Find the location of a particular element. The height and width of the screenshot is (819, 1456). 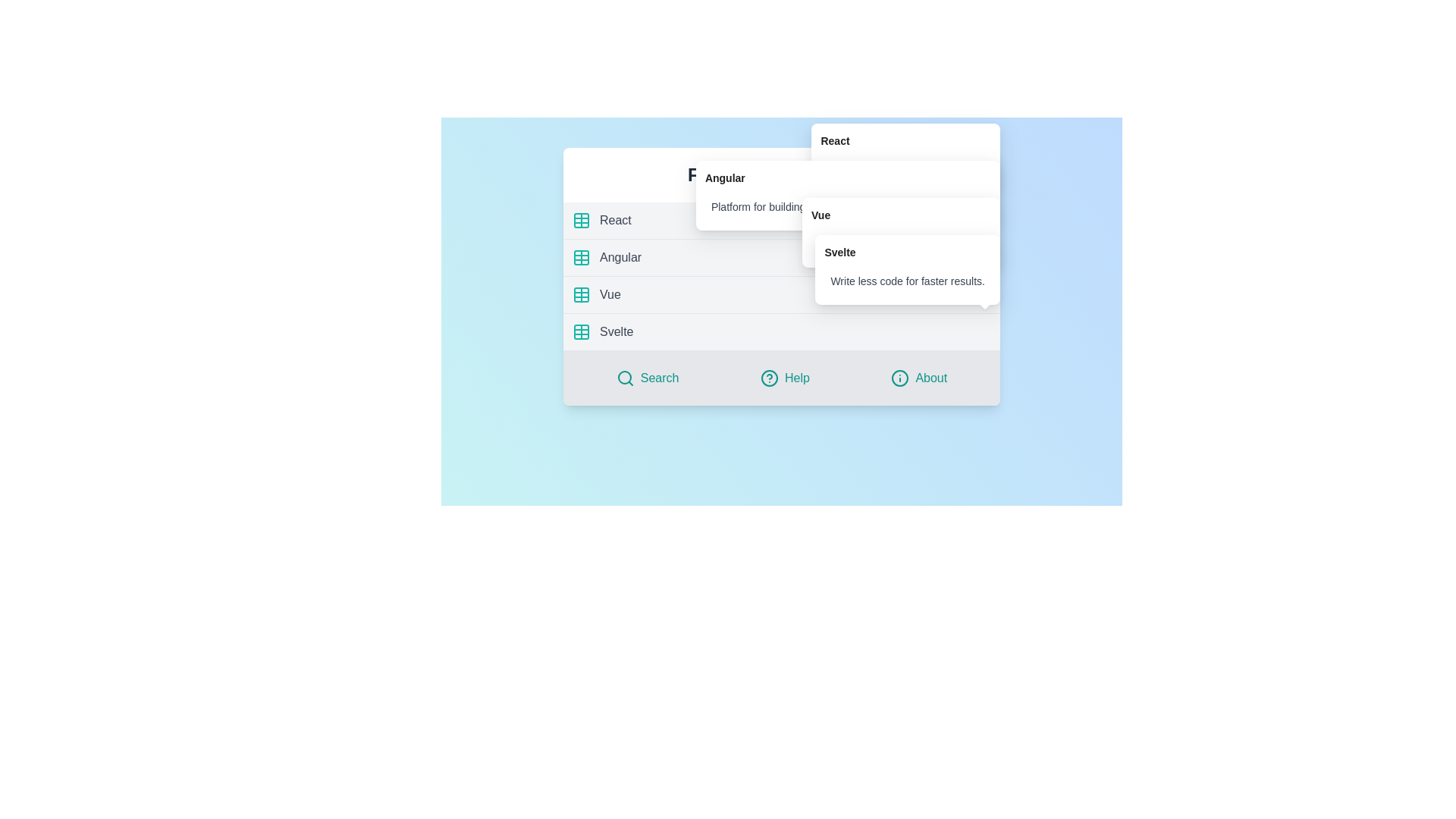

the interactive list item labeled 'Svelte' is located at coordinates (782, 331).